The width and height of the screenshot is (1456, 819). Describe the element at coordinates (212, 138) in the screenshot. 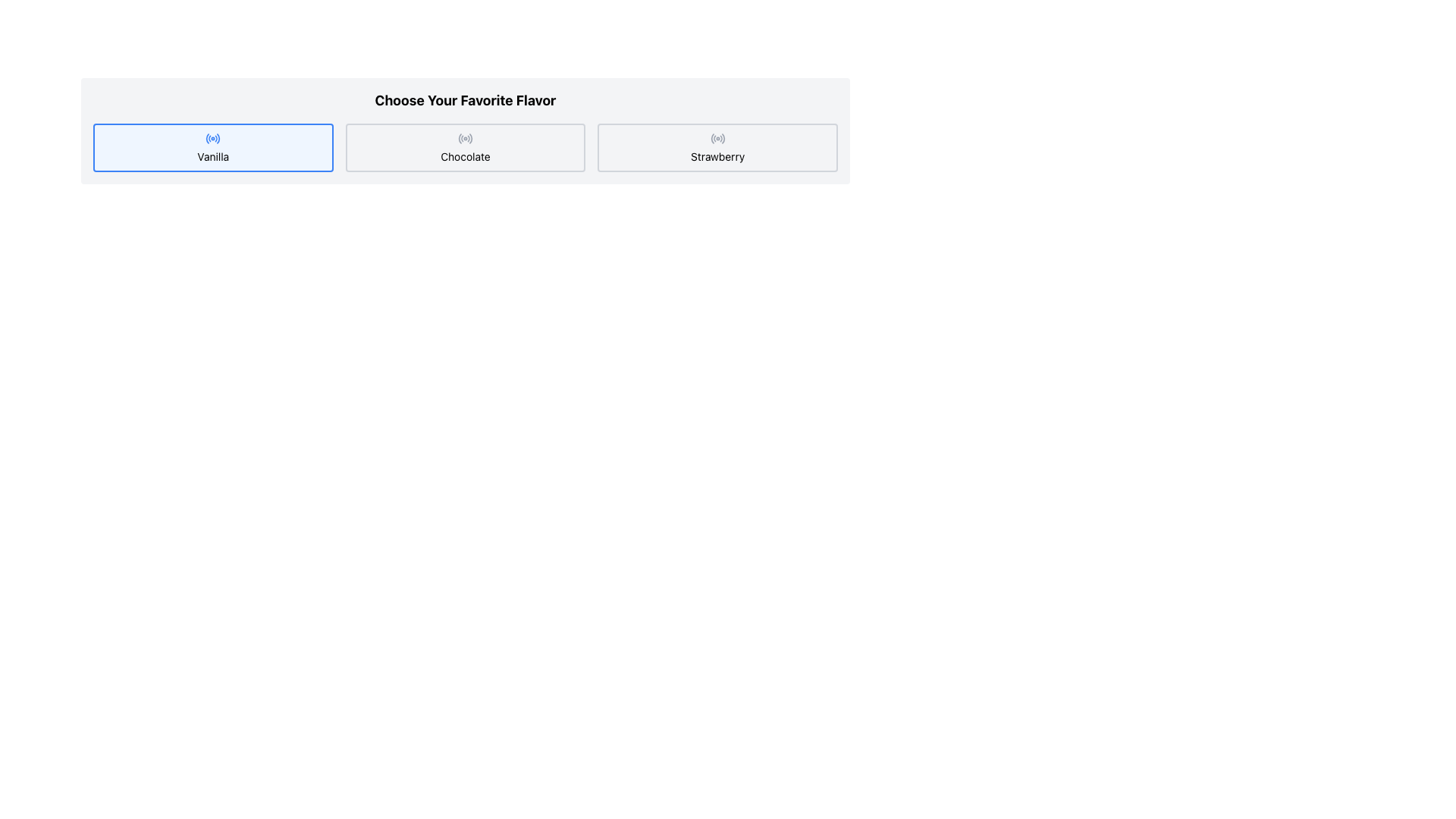

I see `the circular radiating blue icon located at the center-top of the button labeled 'Vanilla.'` at that location.